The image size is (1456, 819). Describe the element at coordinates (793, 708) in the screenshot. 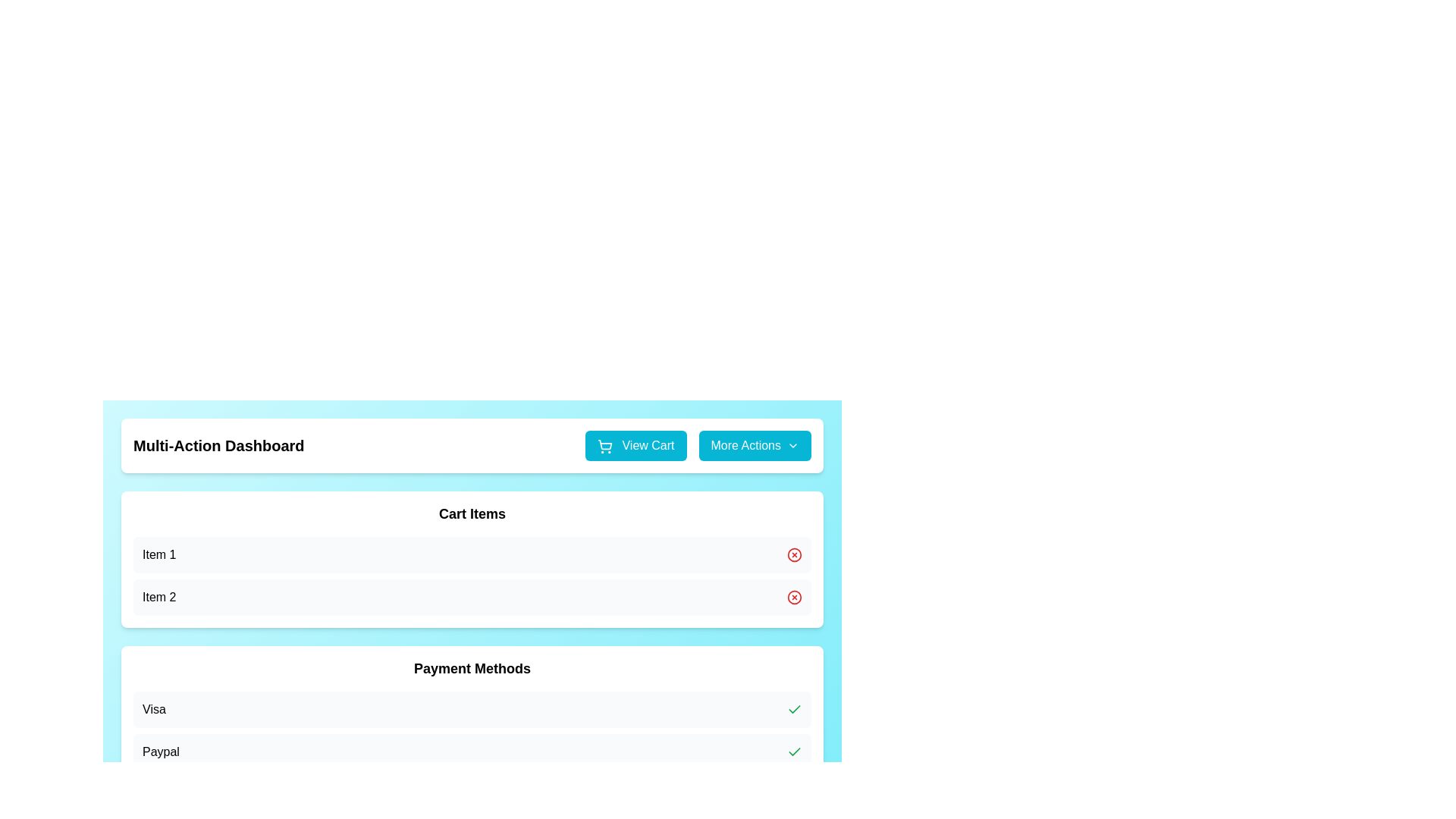

I see `the 'Paypal' payment method confirmation icon located in the 'Payment Methods' section, which is aligned with other related icons` at that location.